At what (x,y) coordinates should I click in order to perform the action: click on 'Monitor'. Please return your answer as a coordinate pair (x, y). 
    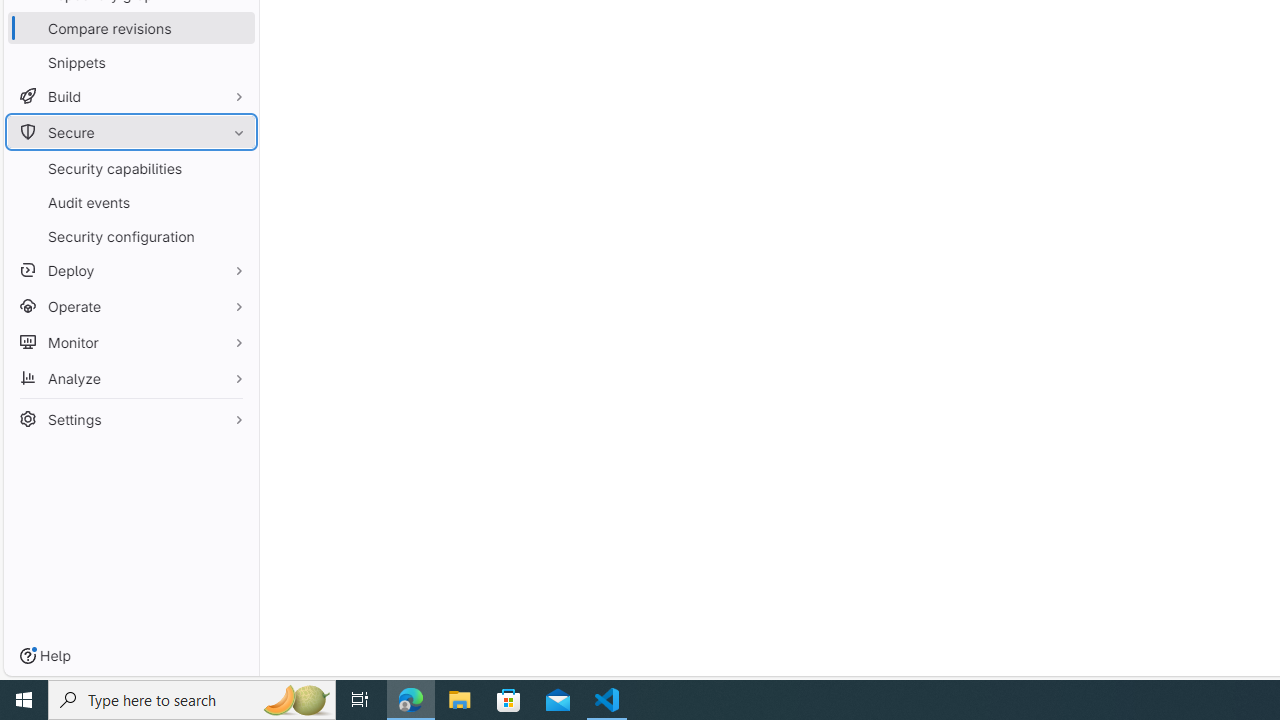
    Looking at the image, I should click on (130, 341).